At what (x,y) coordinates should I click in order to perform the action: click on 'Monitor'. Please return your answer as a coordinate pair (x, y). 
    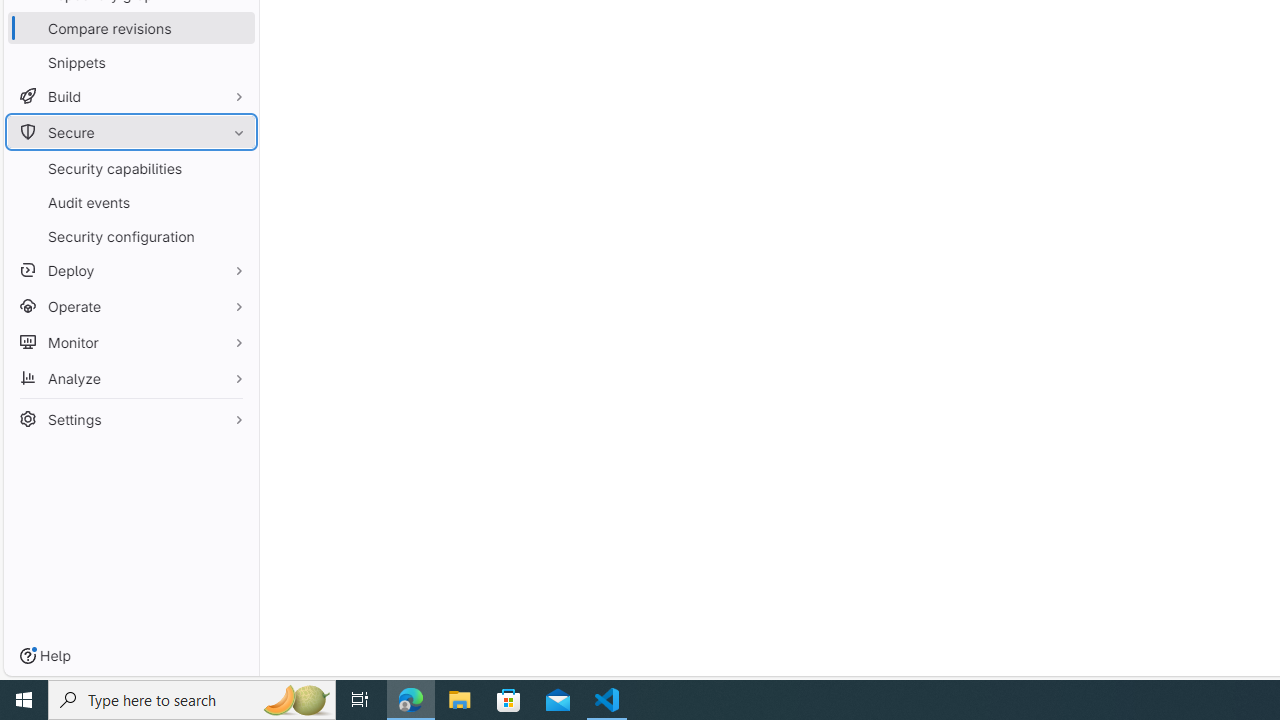
    Looking at the image, I should click on (130, 341).